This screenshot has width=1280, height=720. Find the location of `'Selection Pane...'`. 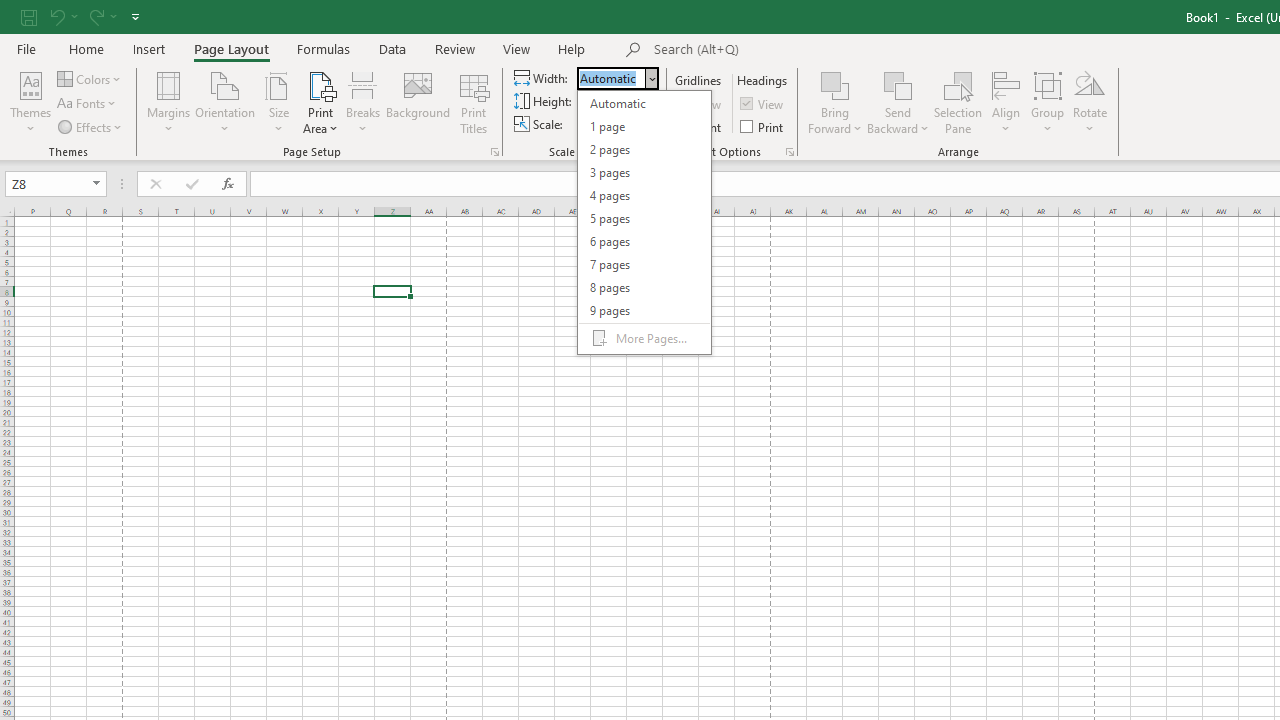

'Selection Pane...' is located at coordinates (957, 103).